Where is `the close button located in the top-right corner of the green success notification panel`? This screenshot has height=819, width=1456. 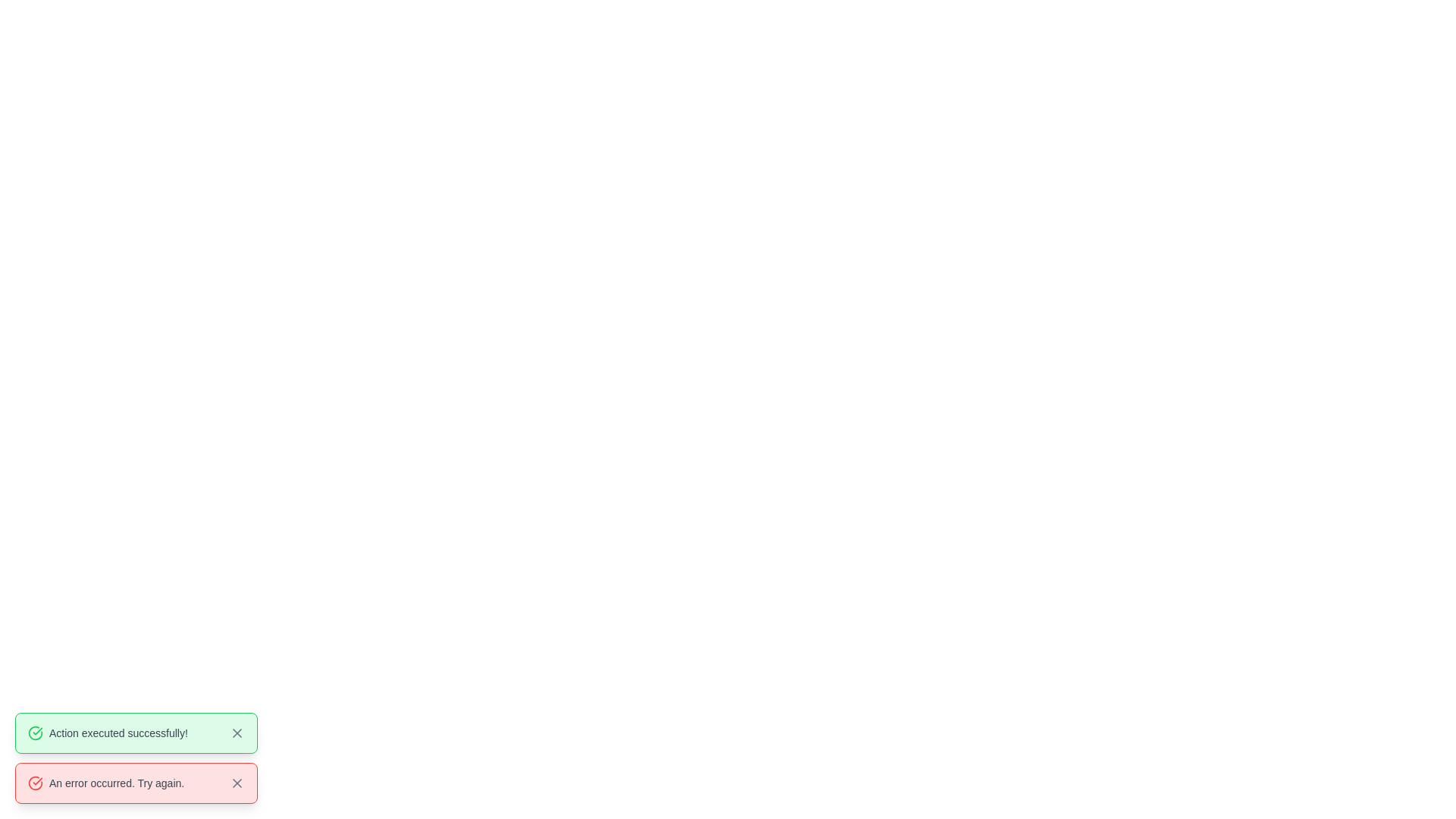
the close button located in the top-right corner of the green success notification panel is located at coordinates (236, 733).